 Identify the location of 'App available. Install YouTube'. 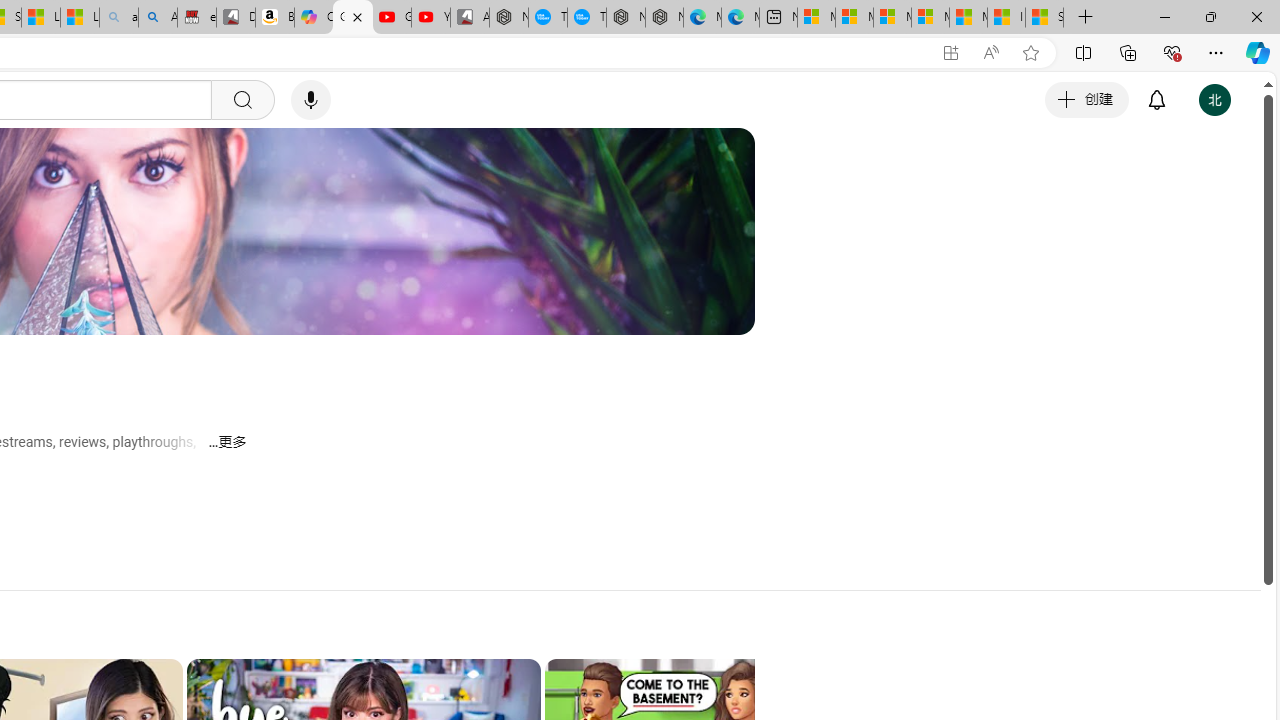
(950, 52).